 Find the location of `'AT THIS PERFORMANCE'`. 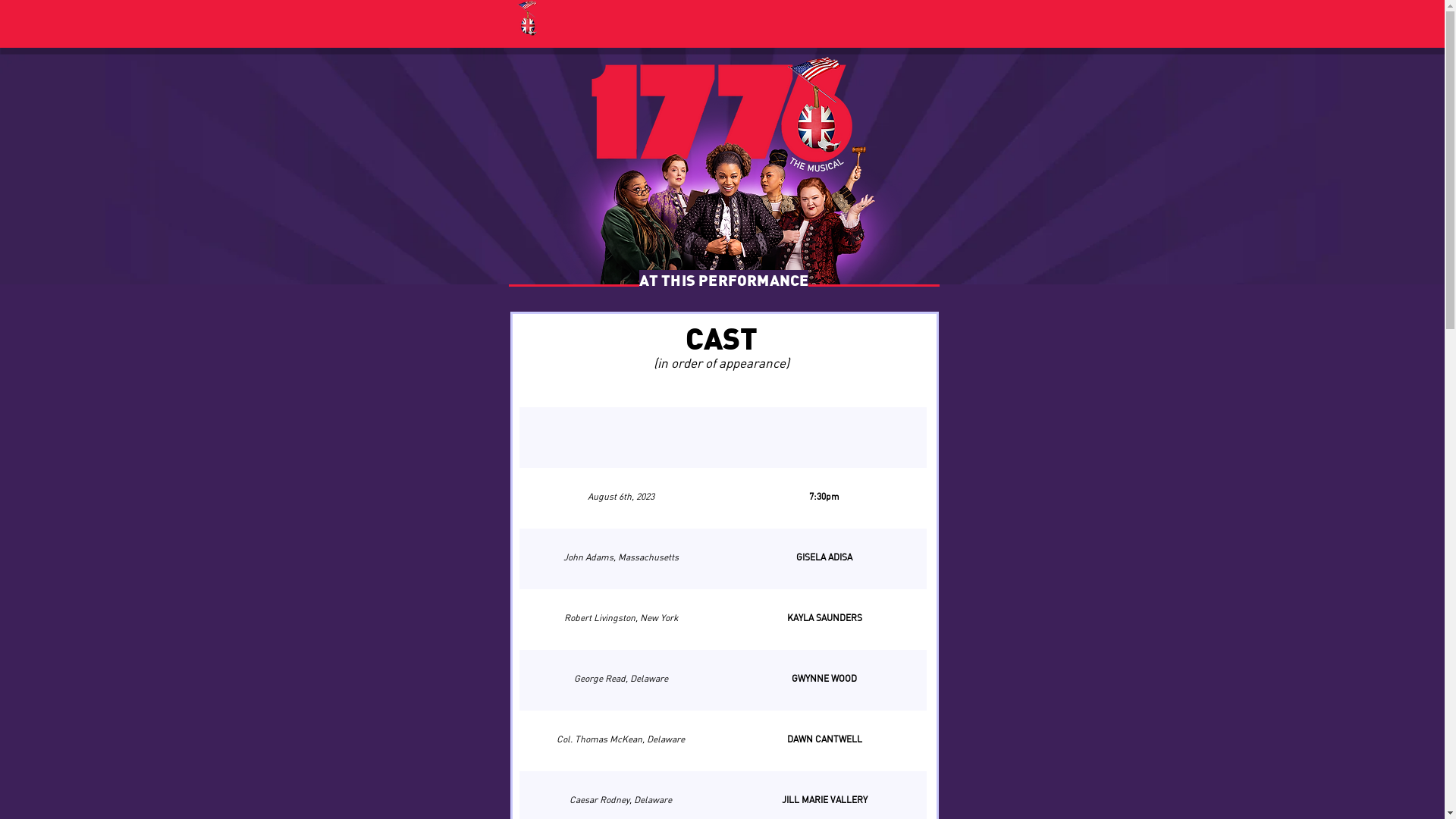

'AT THIS PERFORMANCE' is located at coordinates (639, 279).